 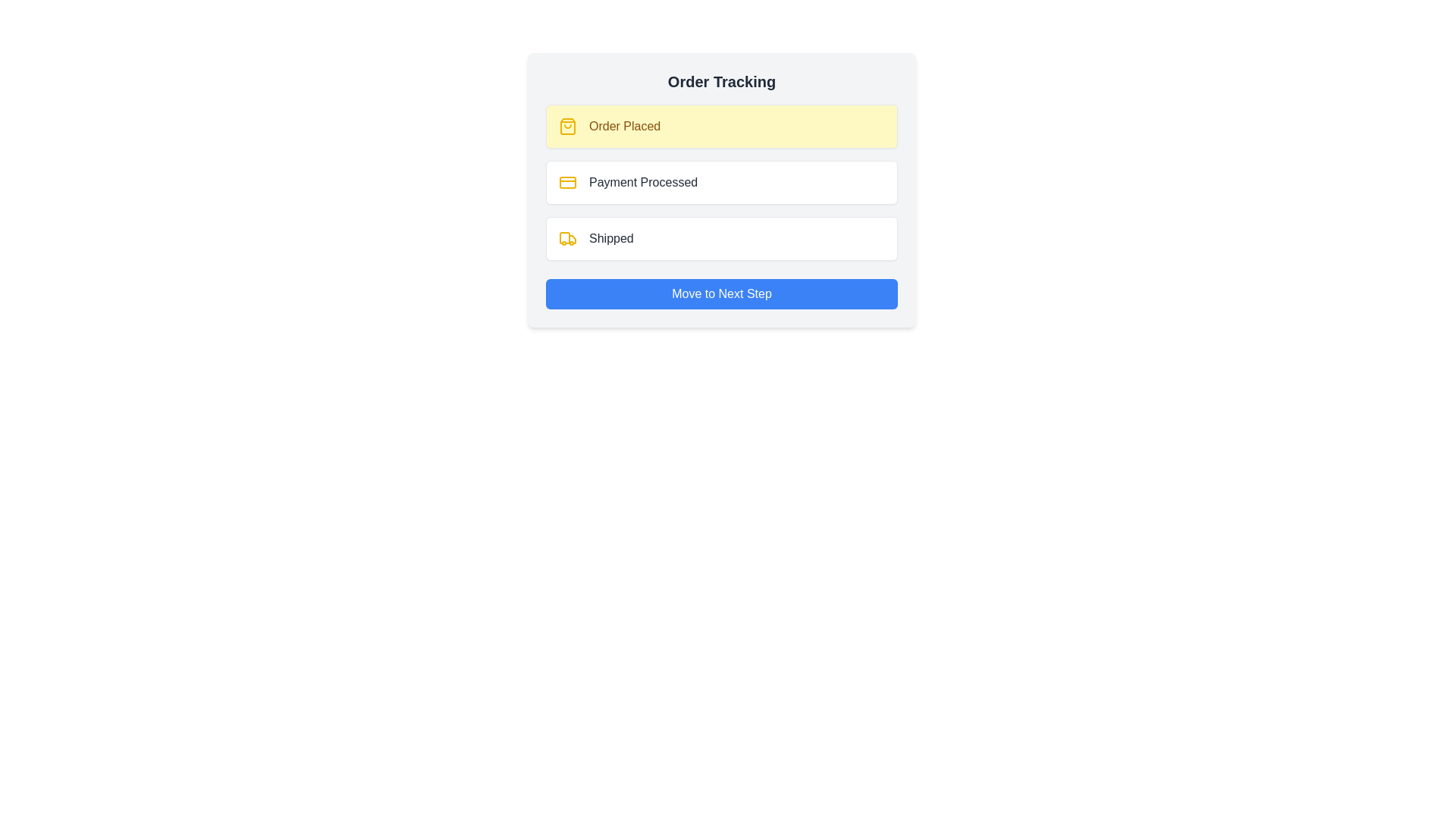 I want to click on the graphical representation of the primary rectangle within the credit card icon, which is located adjacent to the 'Payment Processed' label, so click(x=566, y=181).